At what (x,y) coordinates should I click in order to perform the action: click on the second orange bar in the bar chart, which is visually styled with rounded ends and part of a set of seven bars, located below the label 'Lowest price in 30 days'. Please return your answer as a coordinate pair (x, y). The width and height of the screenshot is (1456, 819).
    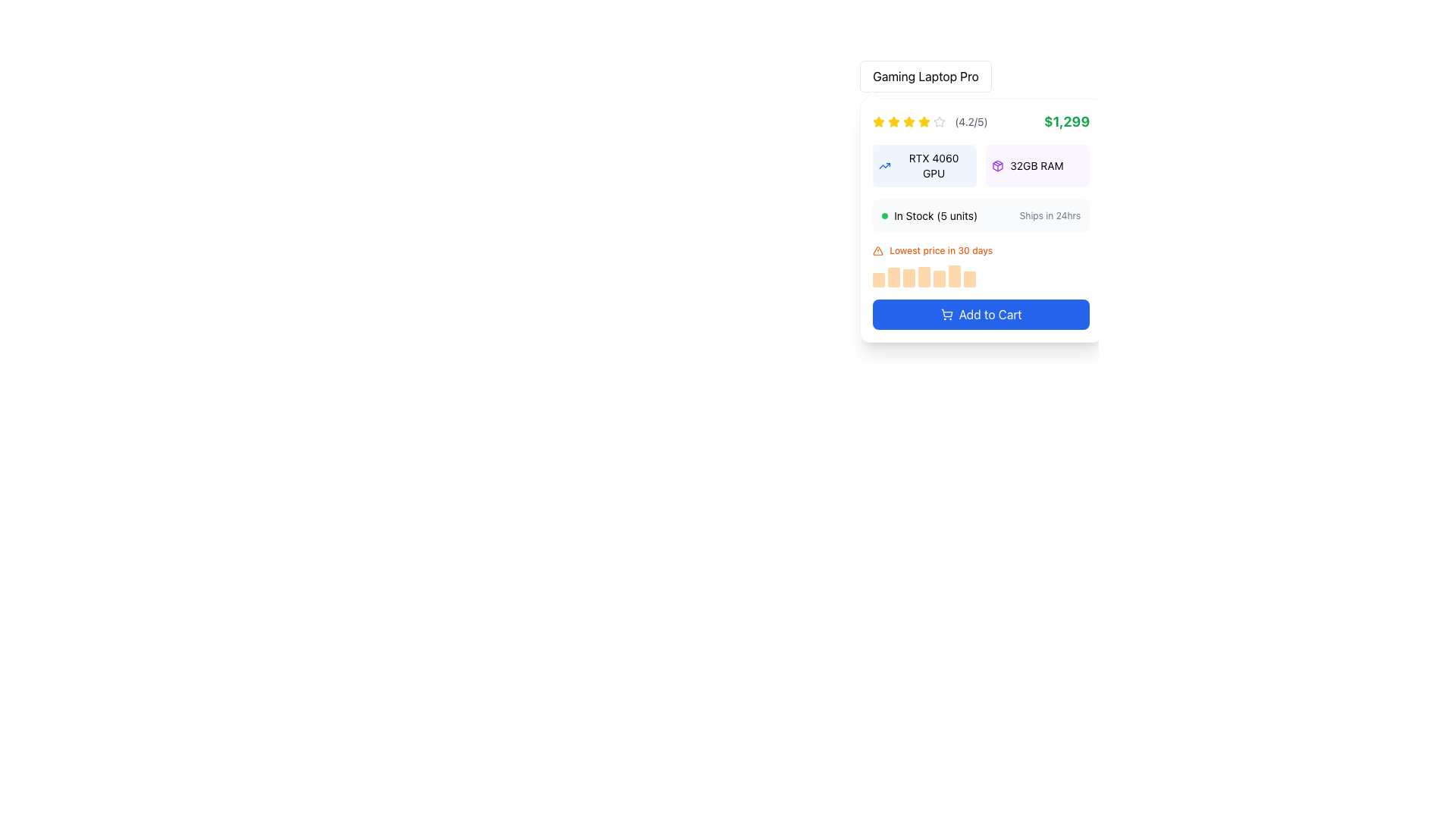
    Looking at the image, I should click on (894, 278).